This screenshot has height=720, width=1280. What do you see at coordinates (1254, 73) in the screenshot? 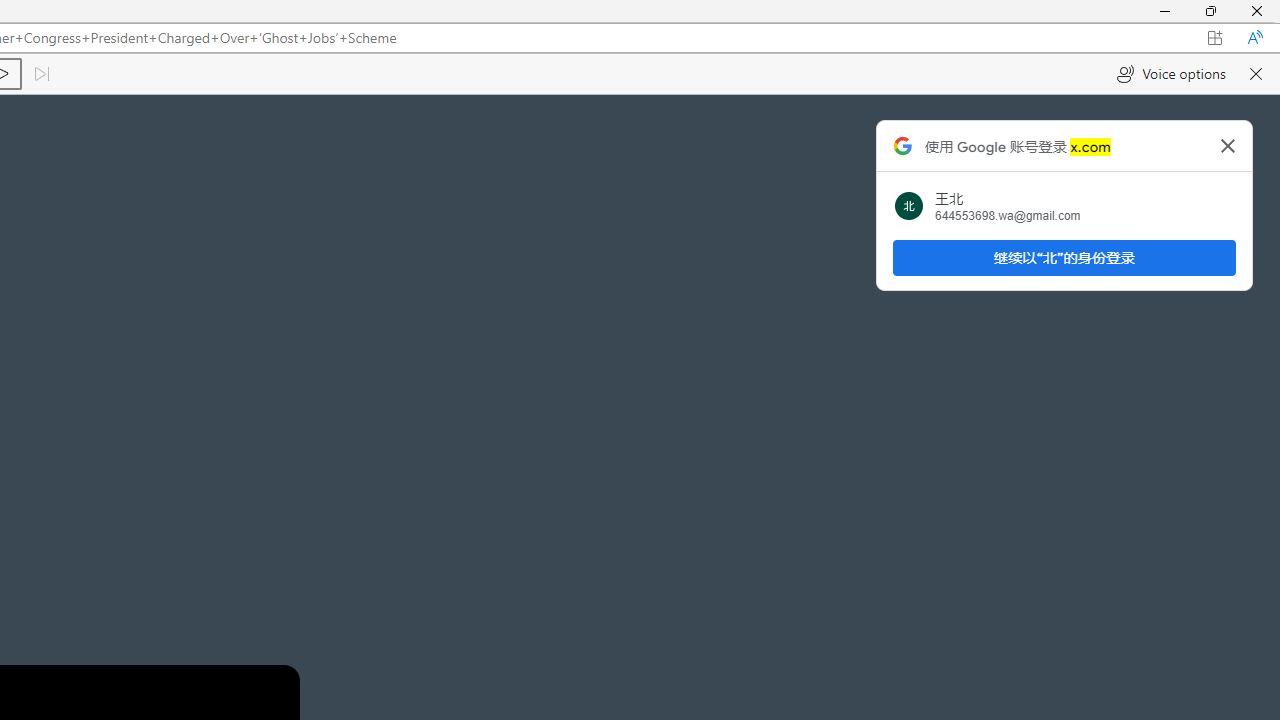
I see `'Close read aloud'` at bounding box center [1254, 73].